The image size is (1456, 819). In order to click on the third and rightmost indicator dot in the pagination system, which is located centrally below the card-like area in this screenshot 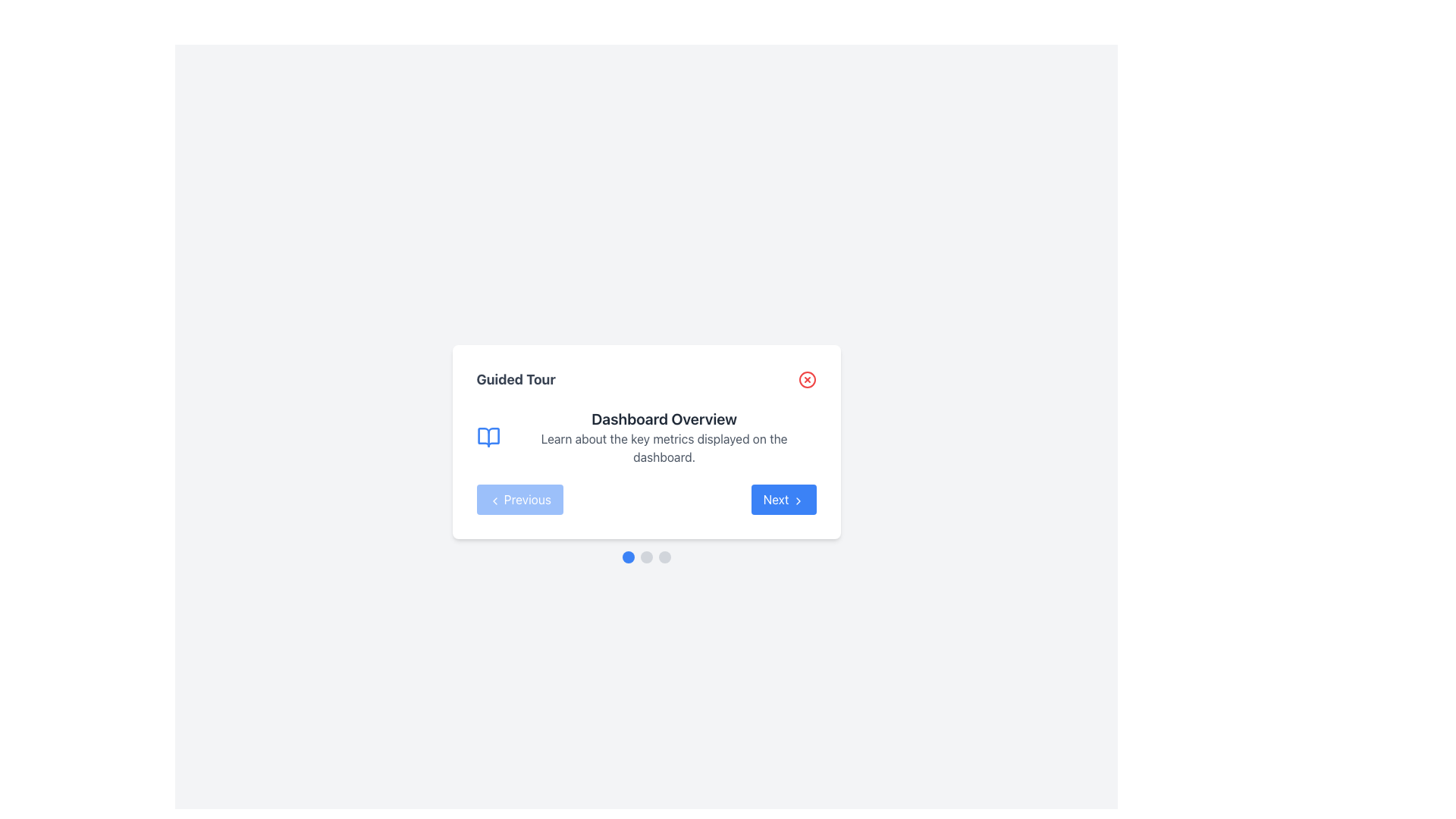, I will do `click(664, 557)`.